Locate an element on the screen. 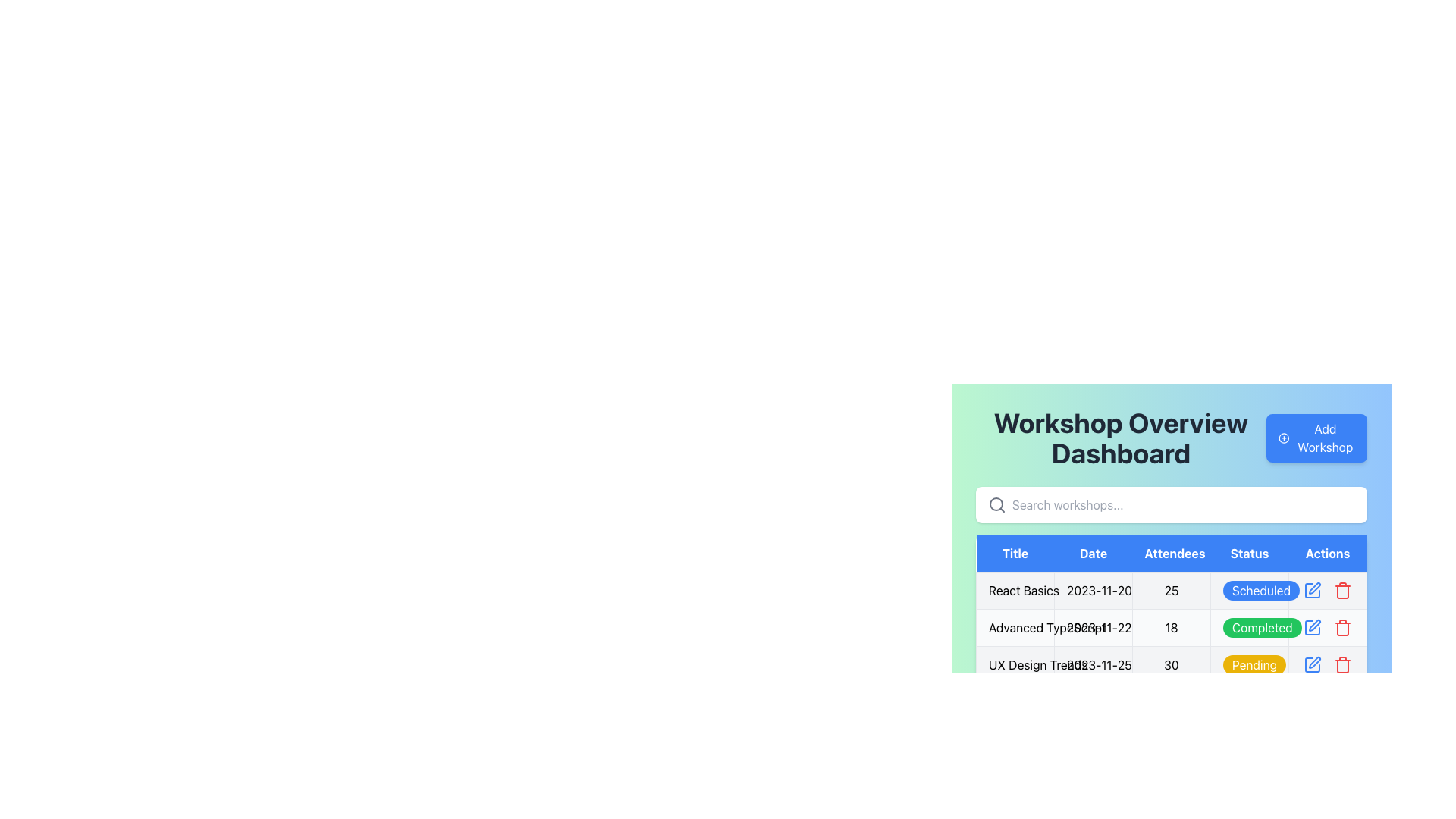 This screenshot has width=1456, height=819. the Static Text Element displaying the number '18' in black text, located in the 'Attendees' column of the row labeled 'Advanced TypeScript' is located at coordinates (1171, 628).